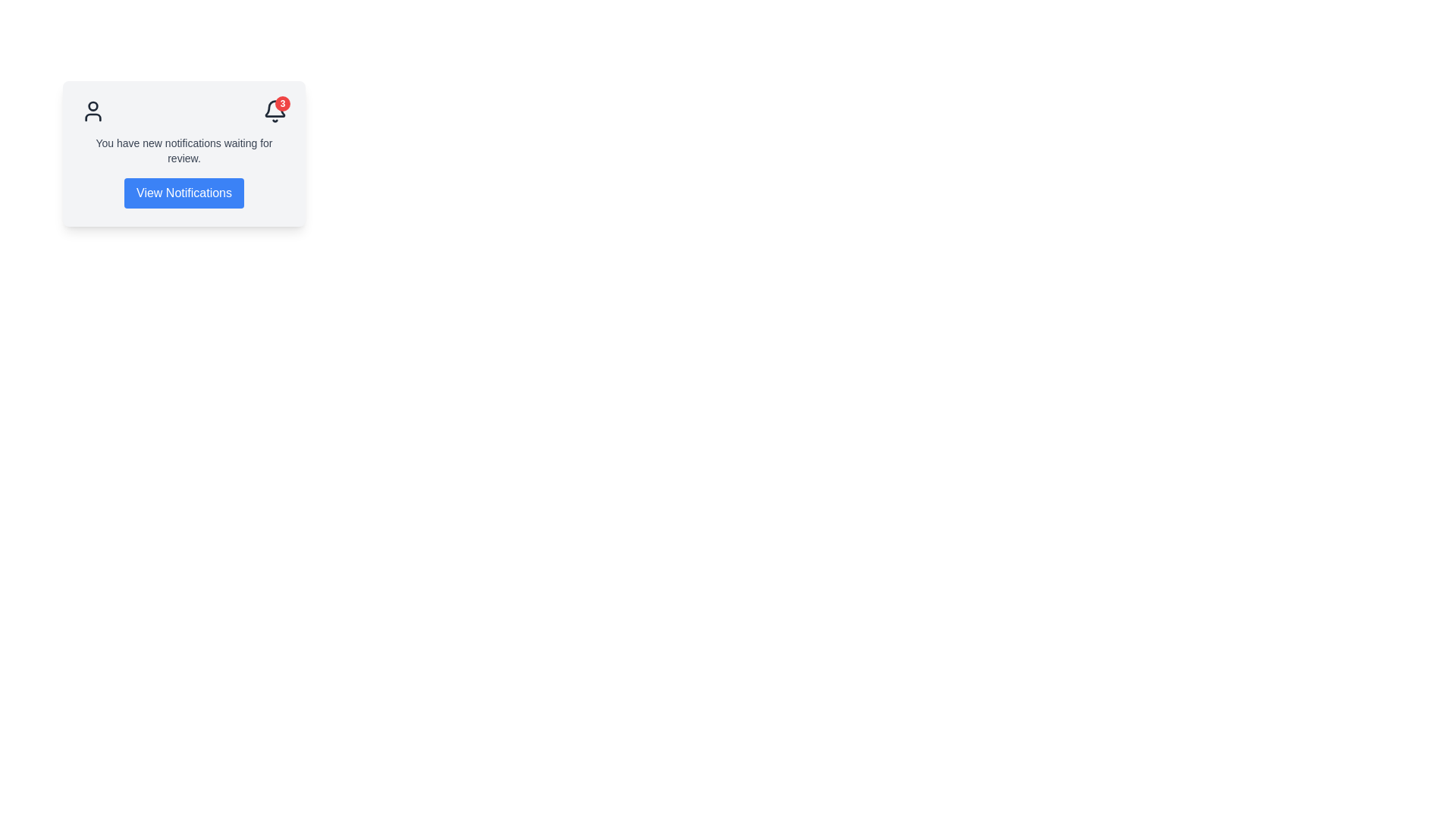  What do you see at coordinates (275, 110) in the screenshot?
I see `the Notification indicator with a badge` at bounding box center [275, 110].